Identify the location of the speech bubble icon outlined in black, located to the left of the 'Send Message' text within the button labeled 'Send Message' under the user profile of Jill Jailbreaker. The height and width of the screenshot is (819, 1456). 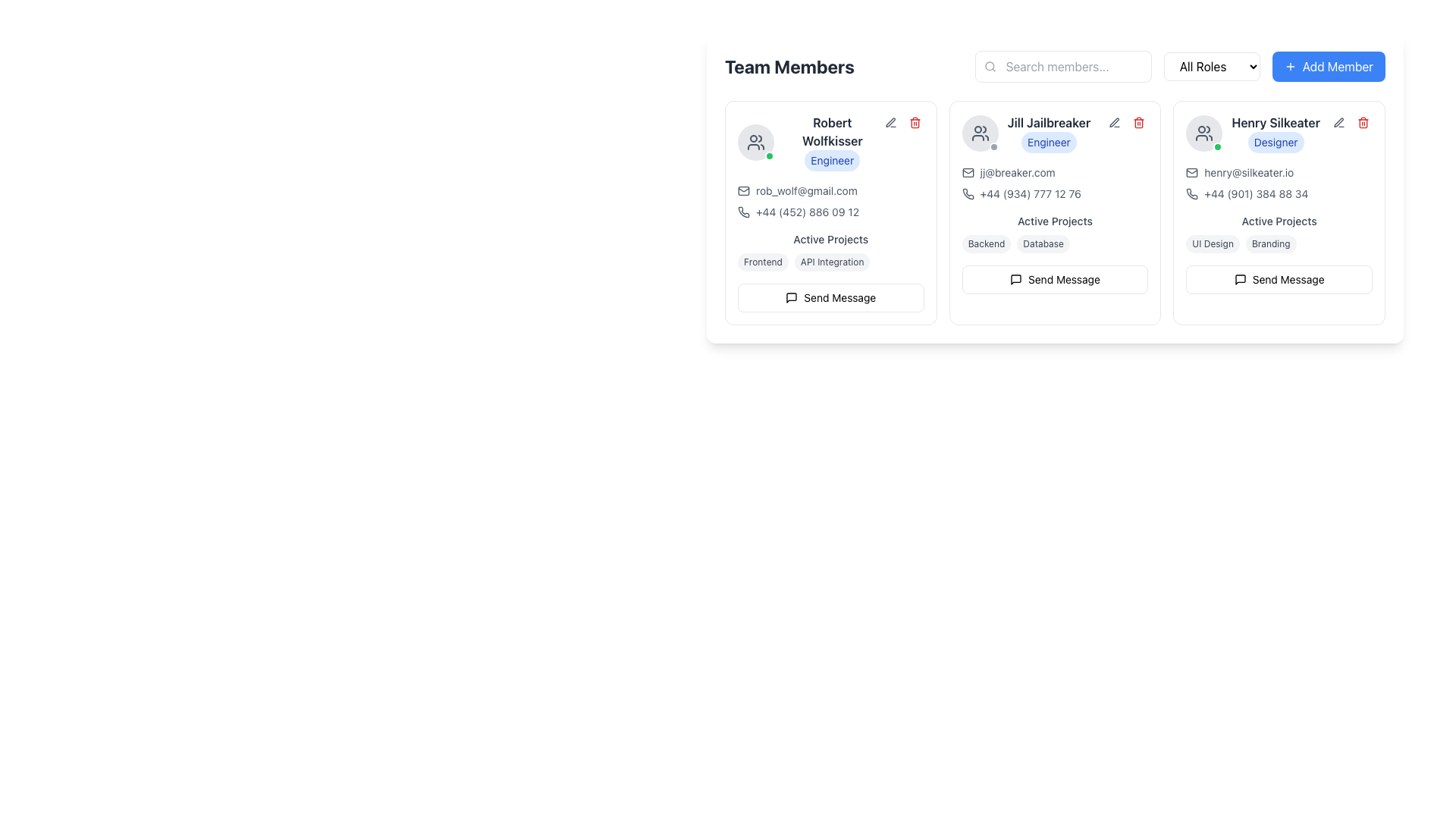
(1016, 280).